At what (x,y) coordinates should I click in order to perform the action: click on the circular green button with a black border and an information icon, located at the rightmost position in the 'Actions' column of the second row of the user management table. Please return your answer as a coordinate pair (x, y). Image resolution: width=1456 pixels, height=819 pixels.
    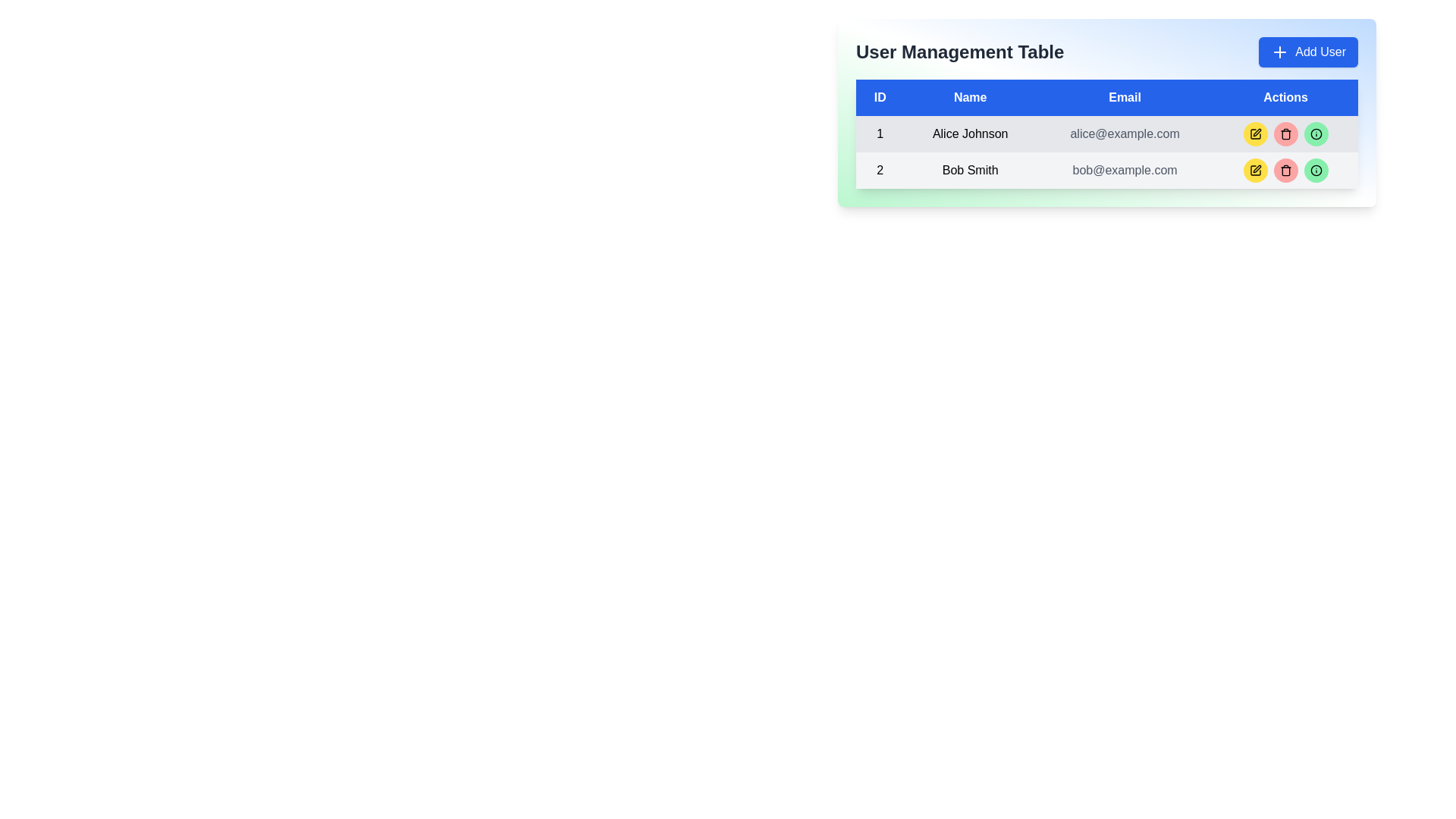
    Looking at the image, I should click on (1315, 170).